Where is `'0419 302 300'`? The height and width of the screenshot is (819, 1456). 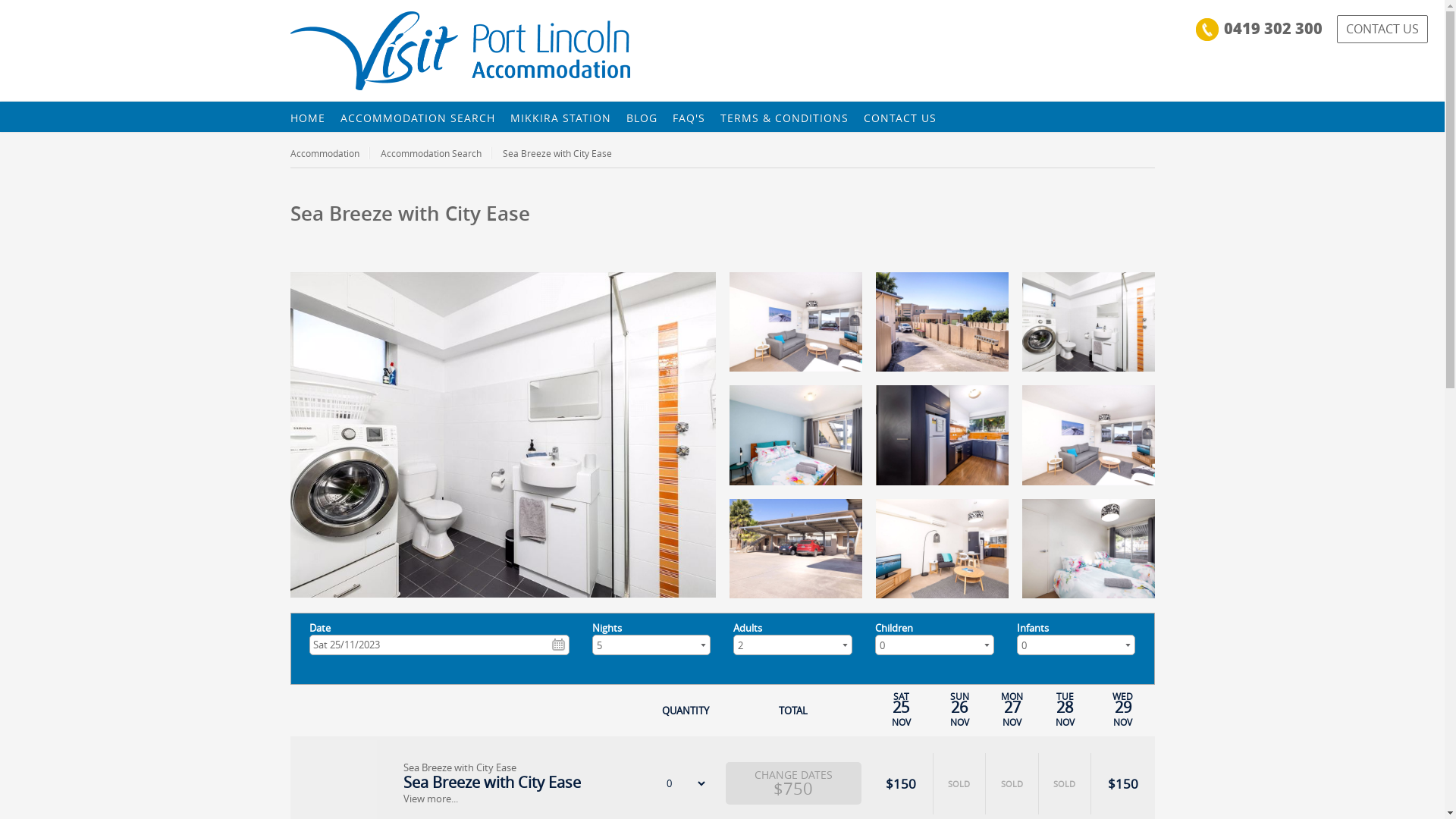 '0419 302 300' is located at coordinates (1223, 28).